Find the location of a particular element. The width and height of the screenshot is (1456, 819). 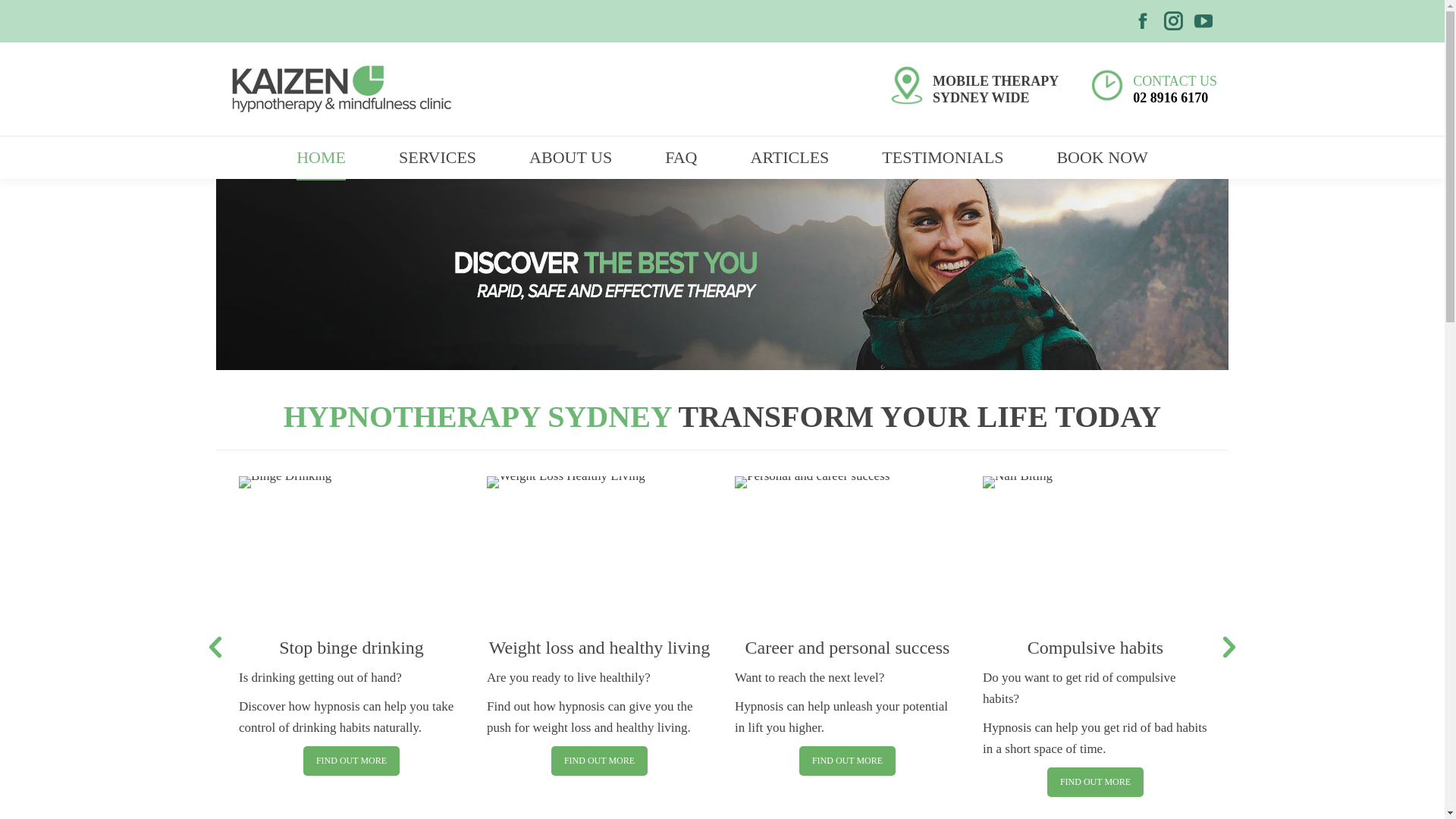

'TESTIMONIALS' is located at coordinates (942, 158).